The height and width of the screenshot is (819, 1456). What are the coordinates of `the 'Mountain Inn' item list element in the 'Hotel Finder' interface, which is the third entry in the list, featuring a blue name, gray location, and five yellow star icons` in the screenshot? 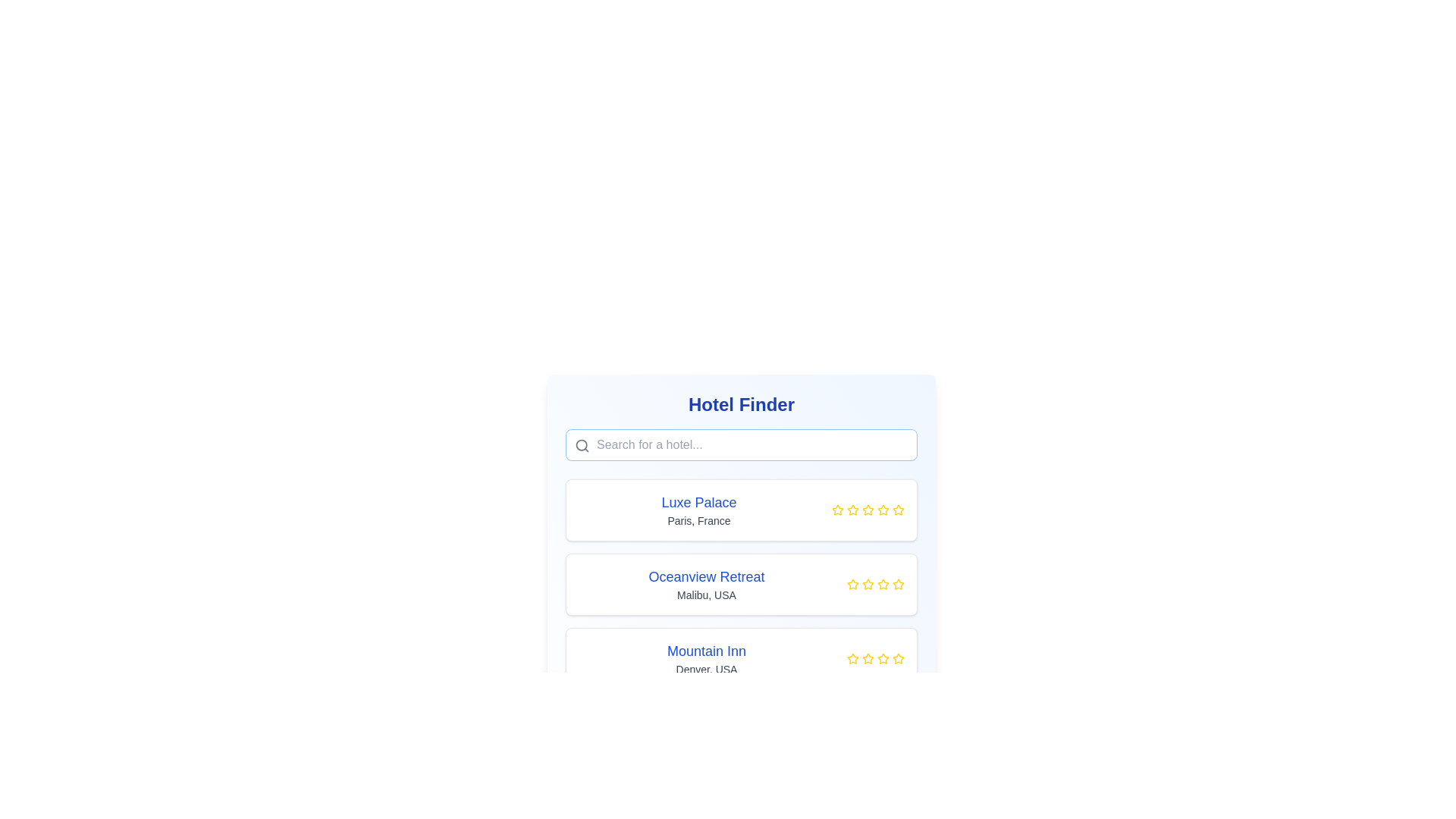 It's located at (742, 657).